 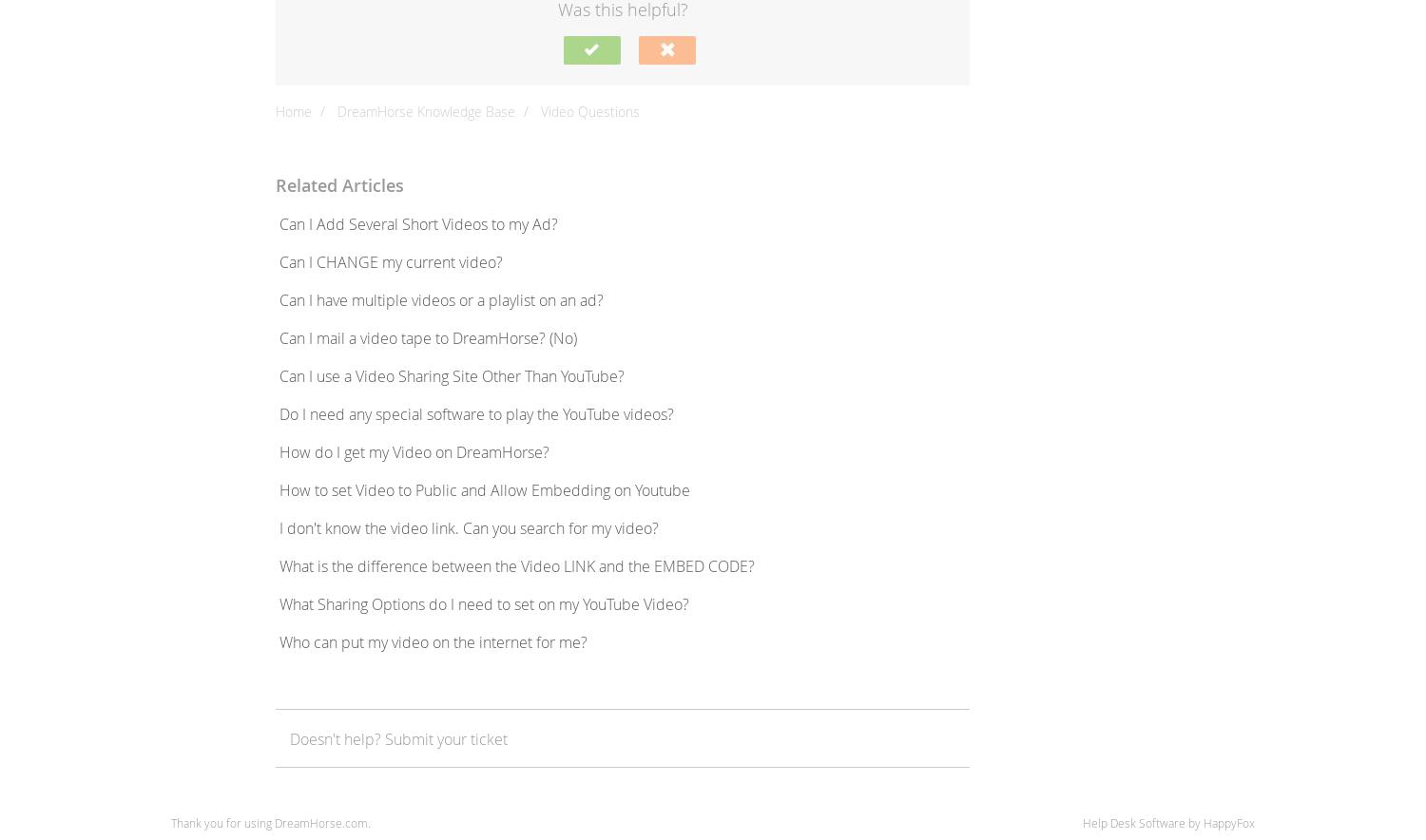 I want to click on 'What is the difference between the Video LINK and the EMBED CODE?', so click(x=517, y=565).